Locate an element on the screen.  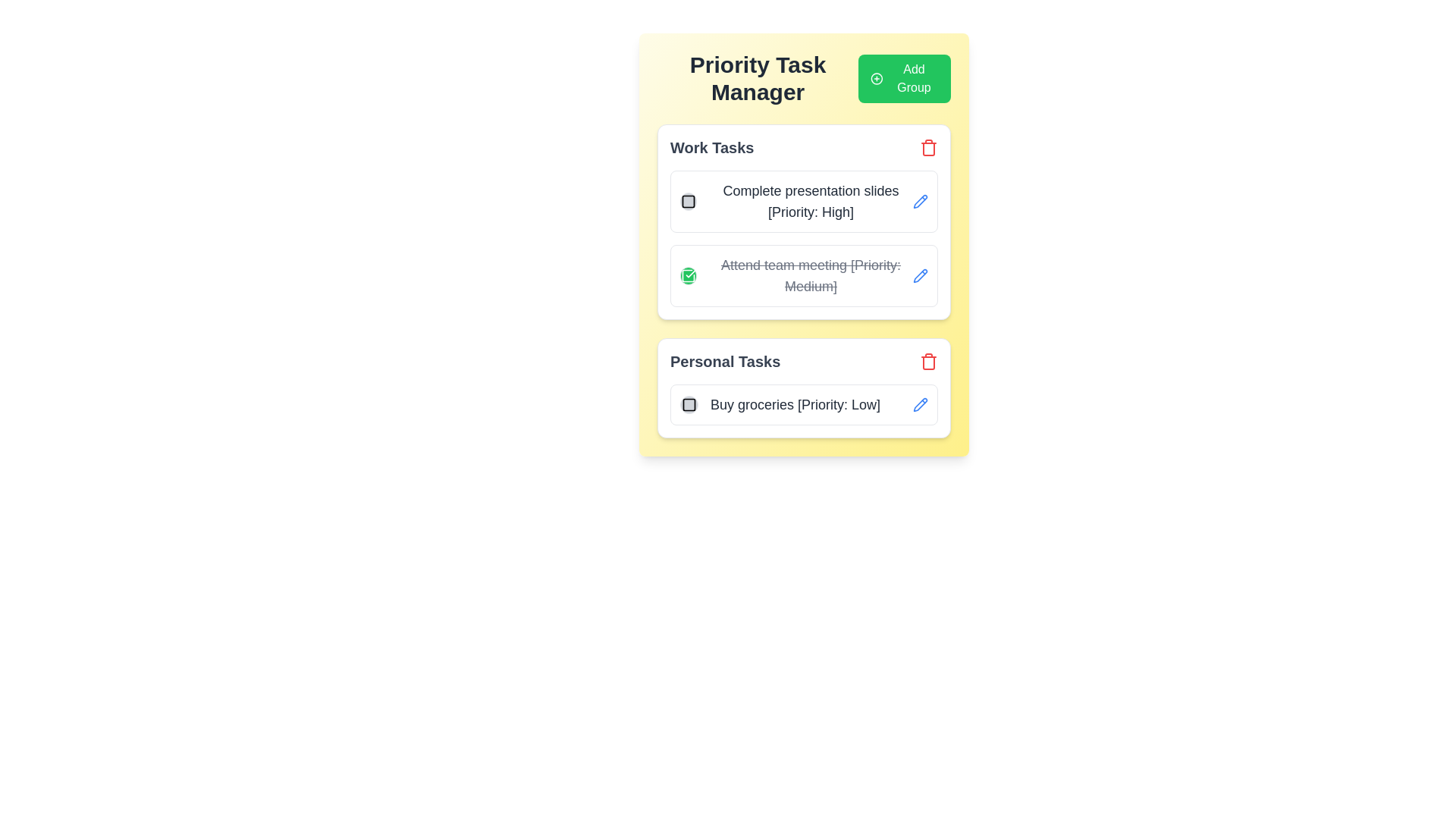
the 'Personal Tasks' section header text label, which is located near the top-left area of the section and aligned with a trash can icon to its right is located at coordinates (724, 362).